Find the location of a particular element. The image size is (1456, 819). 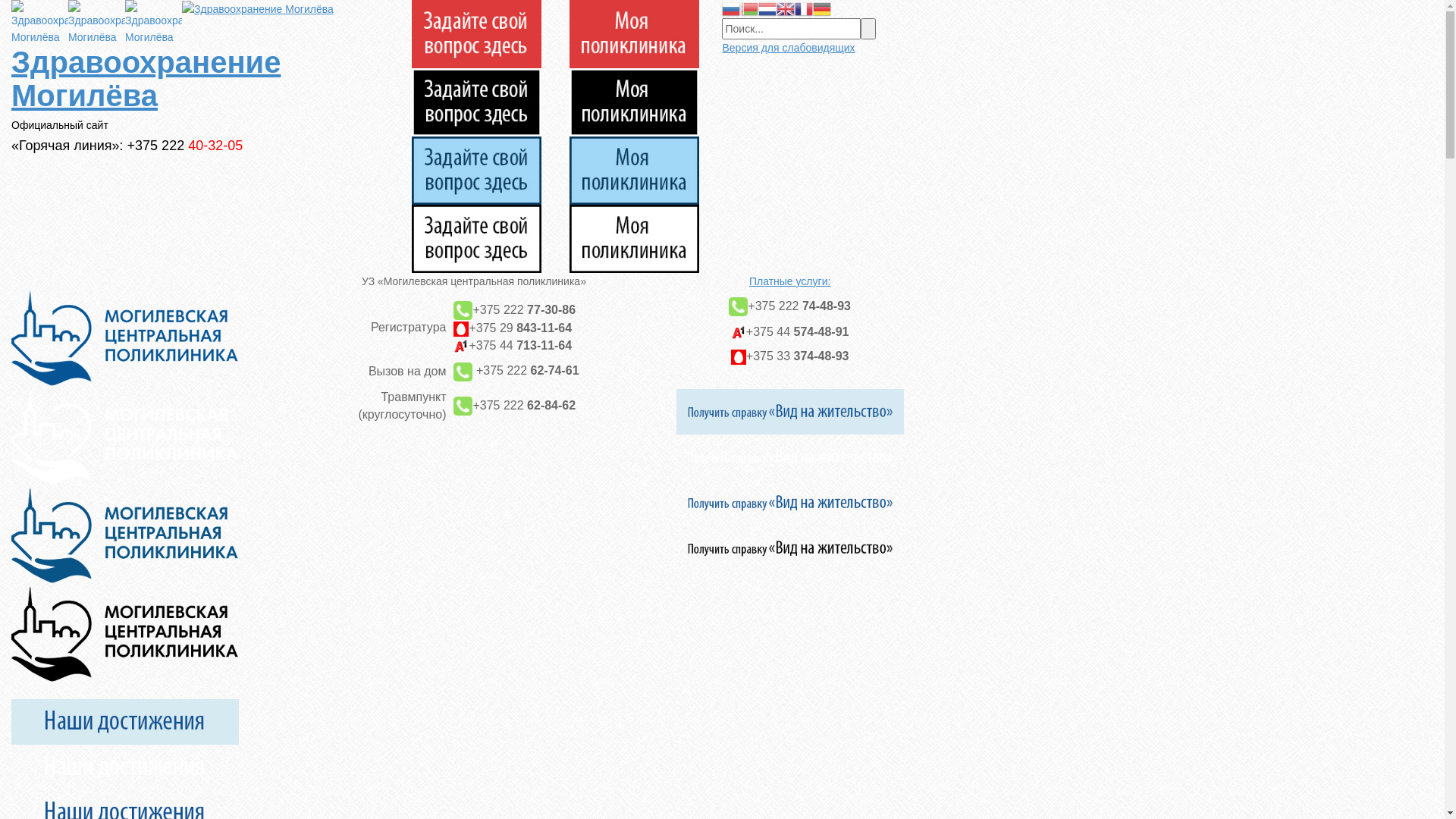

'French' is located at coordinates (793, 8).